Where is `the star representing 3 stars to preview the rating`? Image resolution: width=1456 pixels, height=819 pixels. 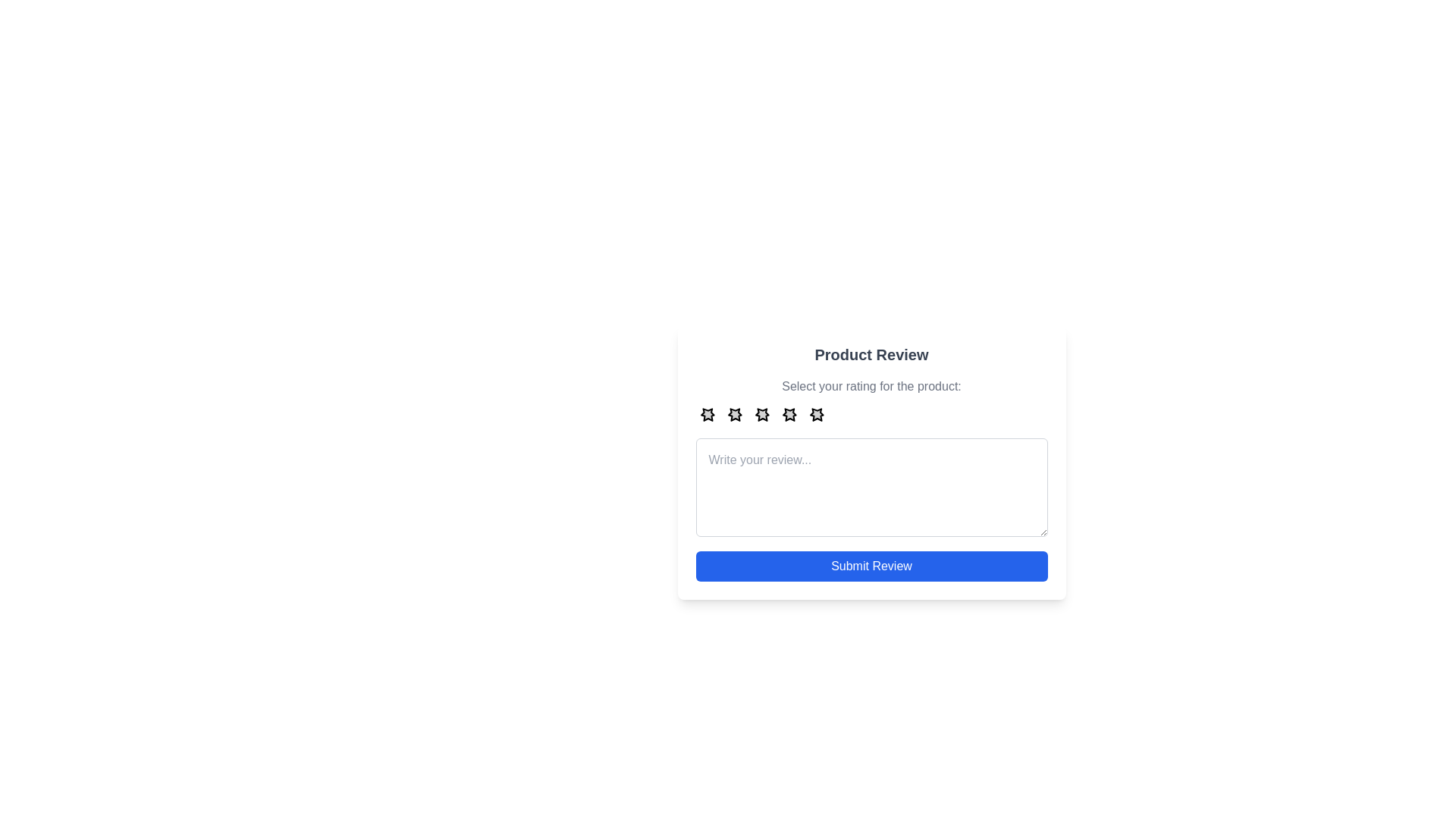 the star representing 3 stars to preview the rating is located at coordinates (762, 414).